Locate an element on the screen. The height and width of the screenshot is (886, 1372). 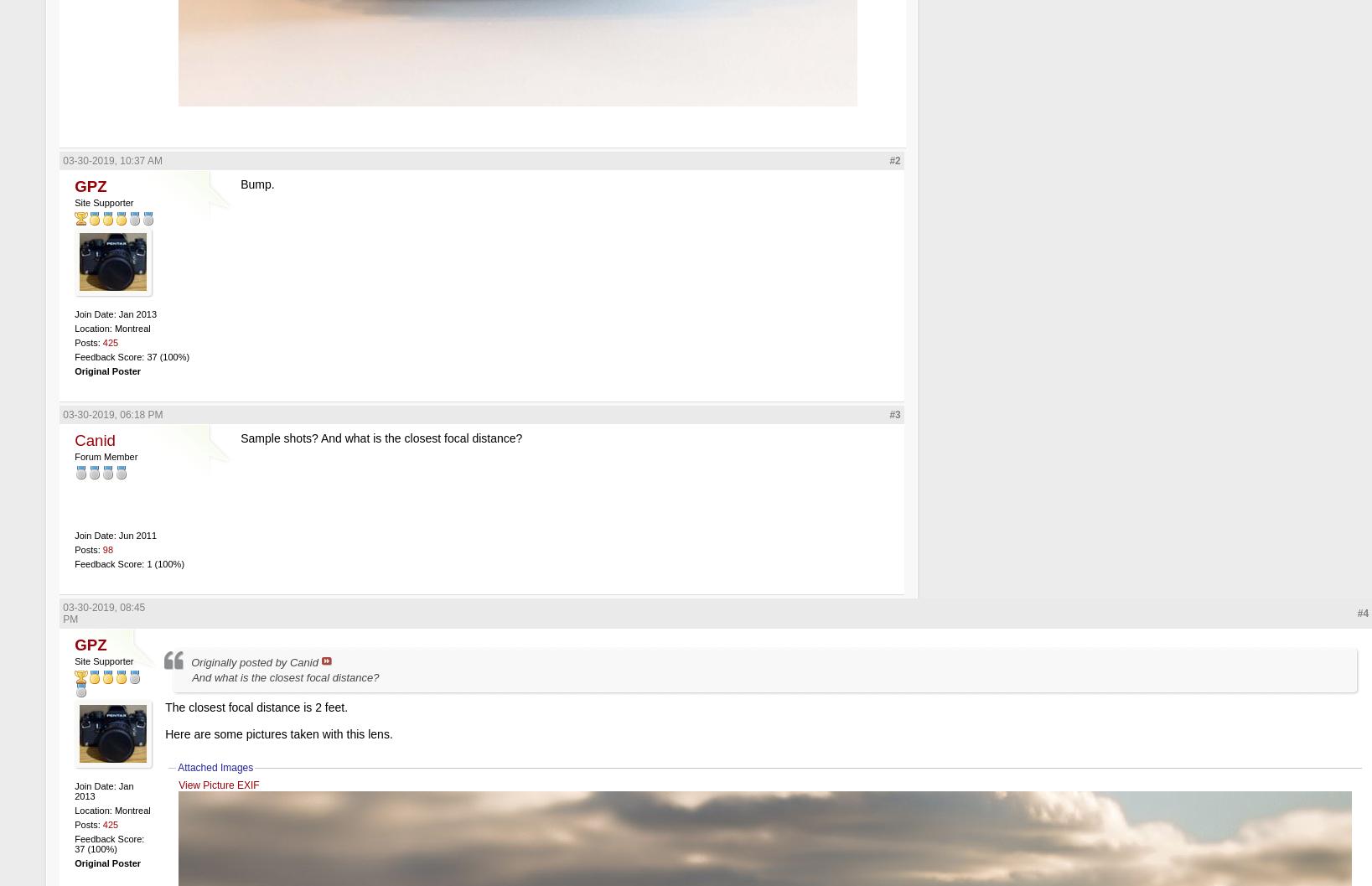
'03-30-2019, 06:18 PM' is located at coordinates (111, 414).